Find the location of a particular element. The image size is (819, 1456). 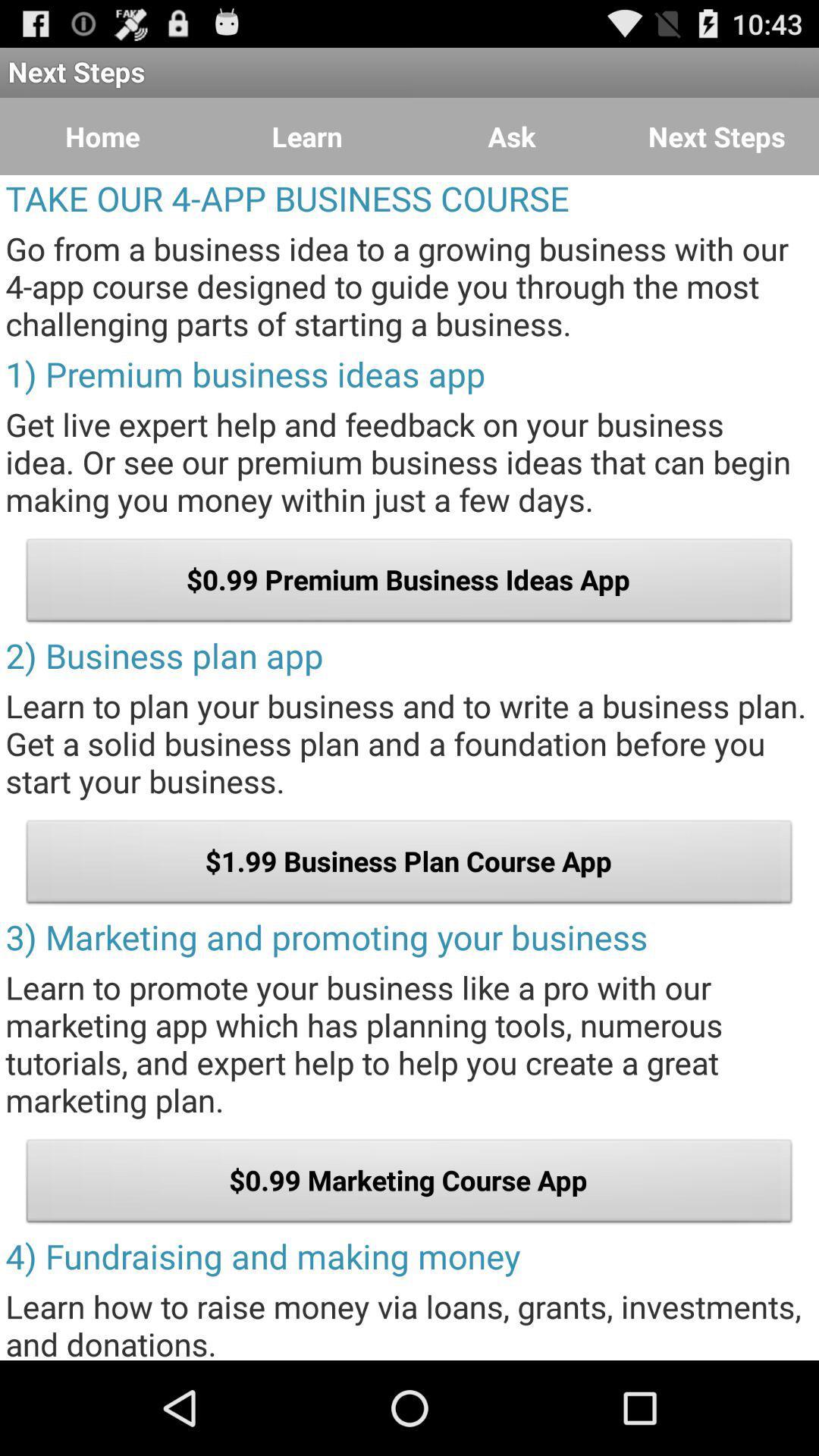

item next to learn is located at coordinates (512, 136).